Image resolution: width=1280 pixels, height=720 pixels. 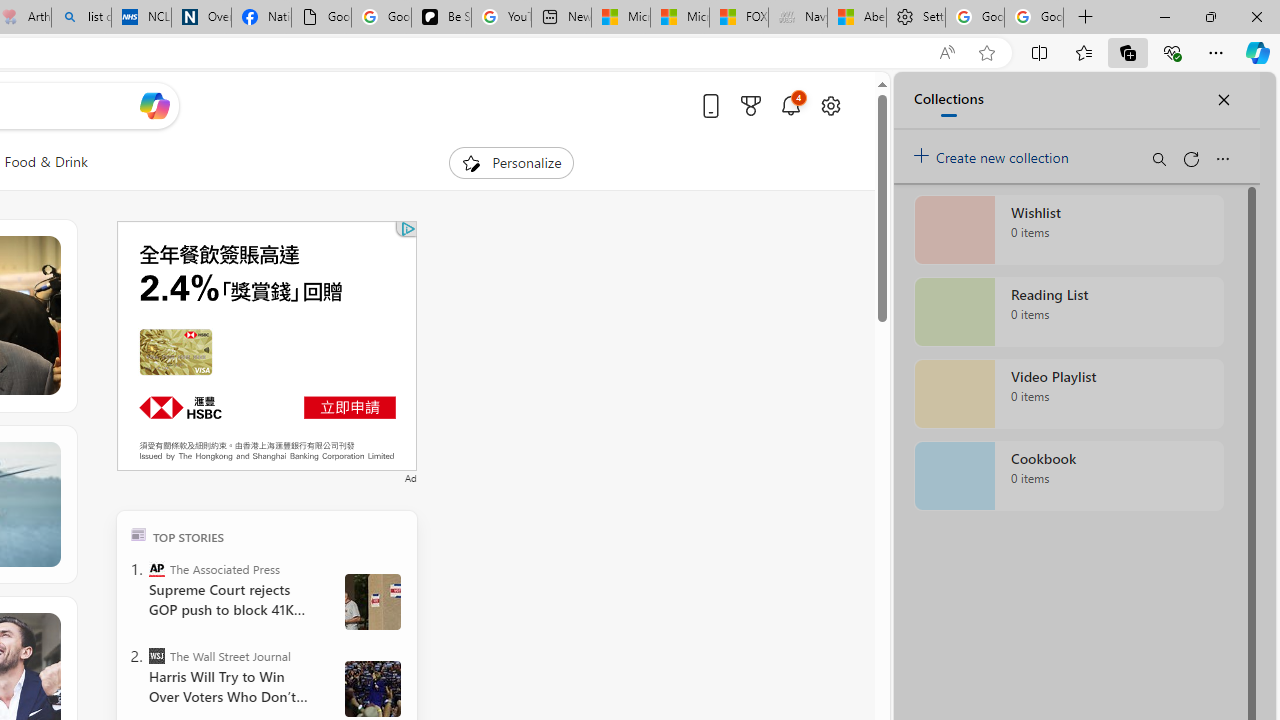 I want to click on 'The Wall Street Journal', so click(x=155, y=655).